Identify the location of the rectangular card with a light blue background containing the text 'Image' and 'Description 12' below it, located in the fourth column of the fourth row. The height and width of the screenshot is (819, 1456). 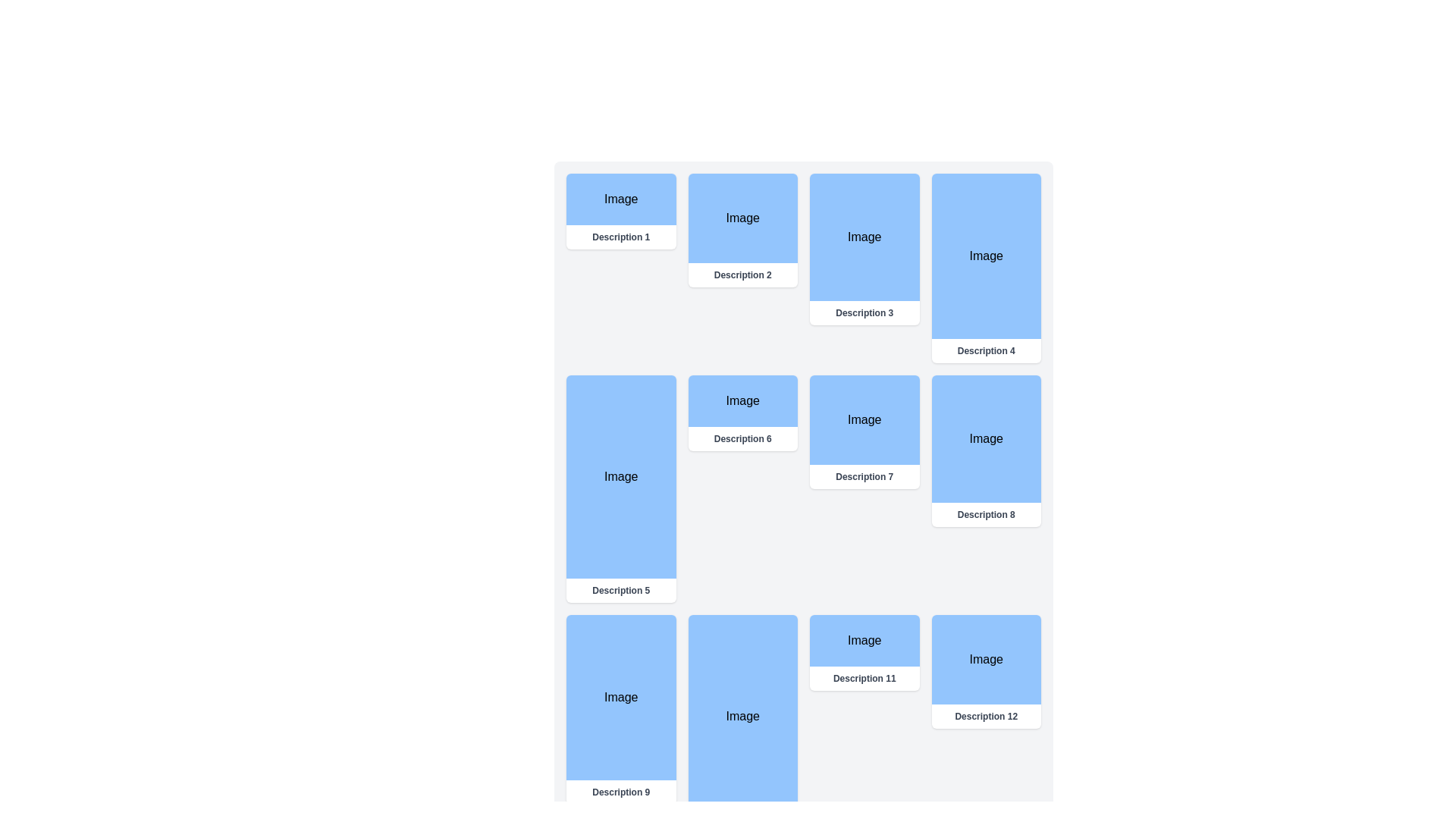
(986, 671).